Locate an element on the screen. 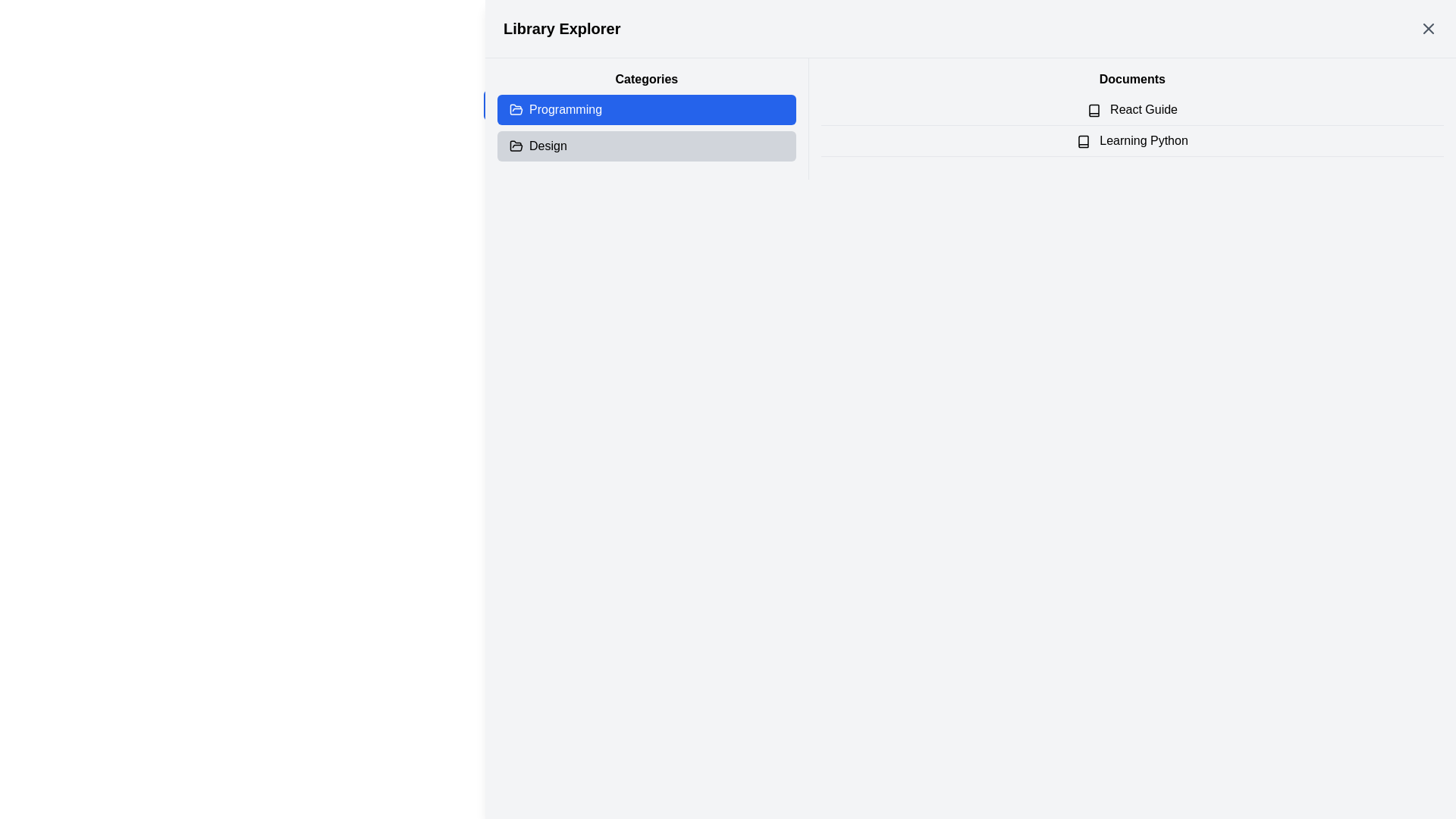 The height and width of the screenshot is (819, 1456). the close button represented as an 'X' icon in the upper-right corner of the interface to change its color to red is located at coordinates (1427, 29).